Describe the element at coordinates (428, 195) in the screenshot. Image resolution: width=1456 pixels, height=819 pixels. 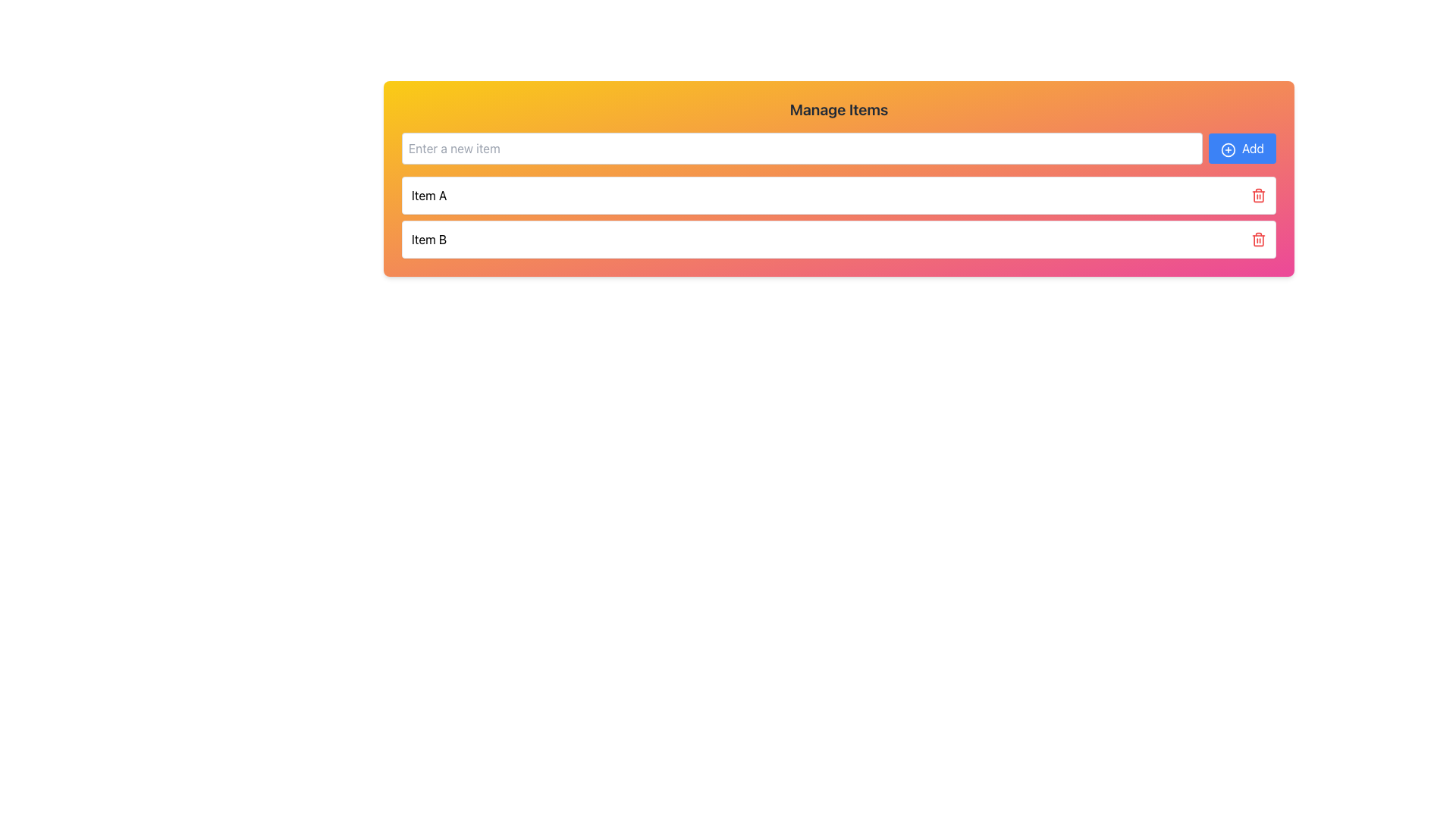
I see `the text label displaying 'Item A' which is located above 'Item B' in the first list item of a vertical stack` at that location.